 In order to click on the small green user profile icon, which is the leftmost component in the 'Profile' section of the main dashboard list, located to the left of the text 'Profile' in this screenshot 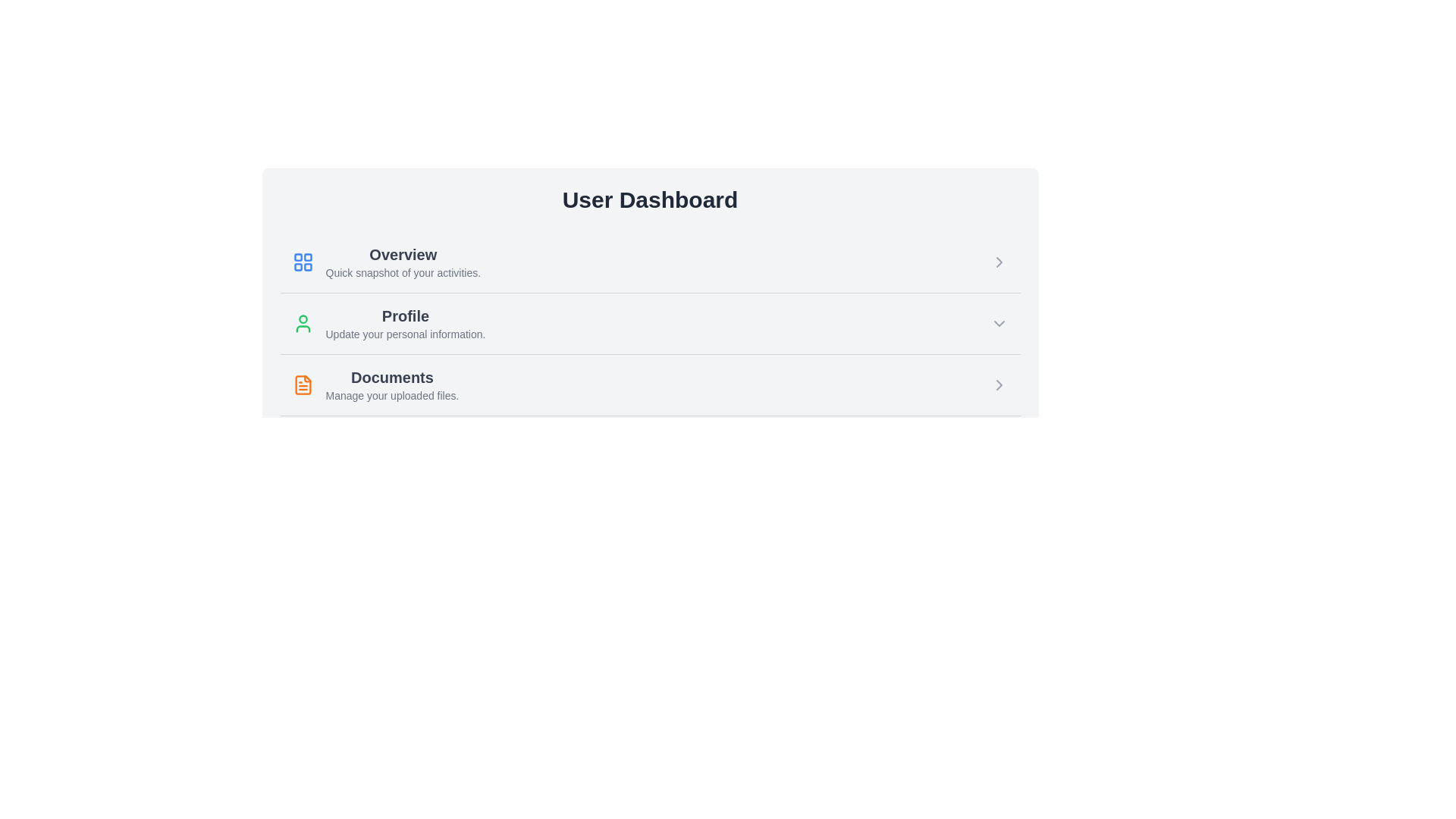, I will do `click(303, 323)`.